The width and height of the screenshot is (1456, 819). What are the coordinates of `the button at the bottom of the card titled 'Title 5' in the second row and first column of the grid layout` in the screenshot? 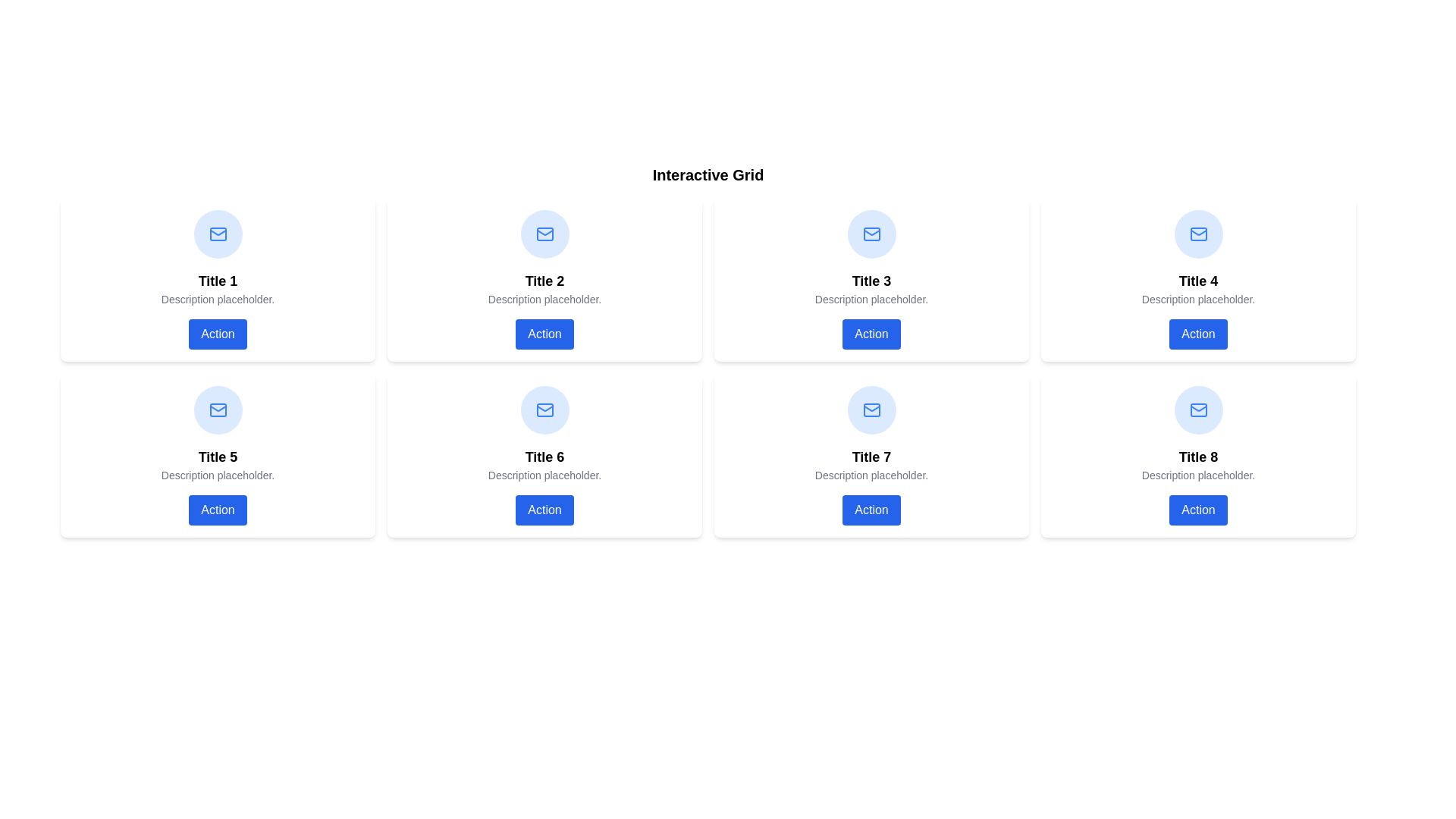 It's located at (217, 510).